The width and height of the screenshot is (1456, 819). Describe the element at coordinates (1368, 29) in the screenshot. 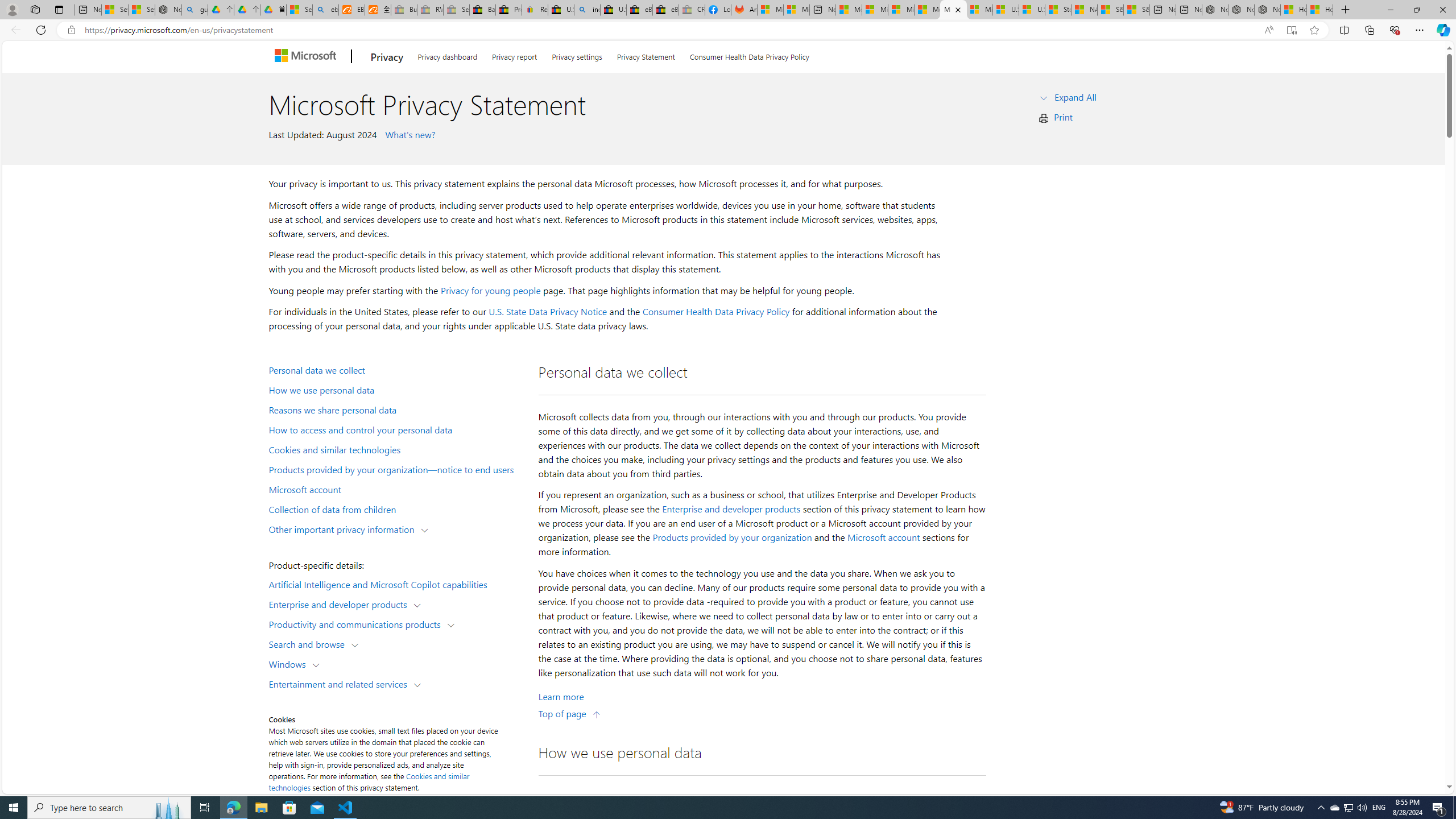

I see `'Collections'` at that location.